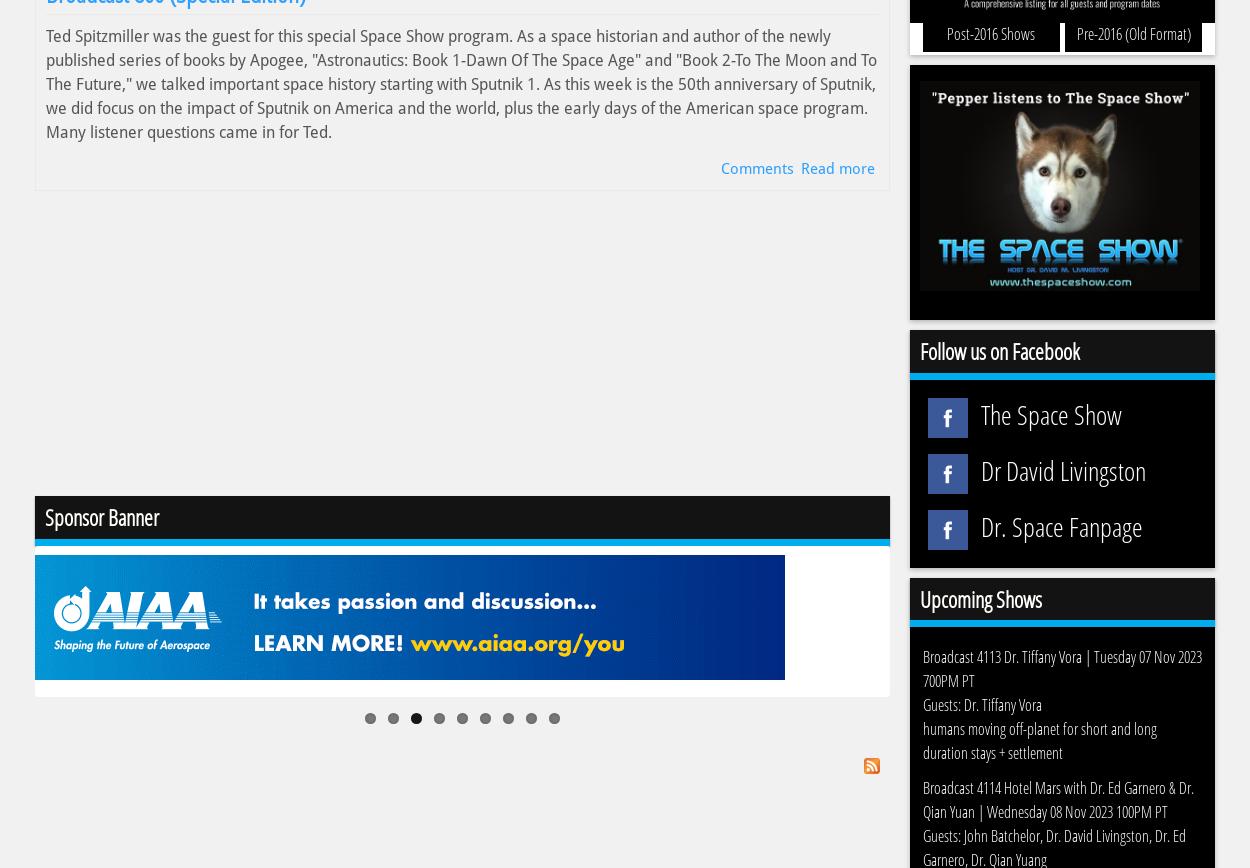 This screenshot has width=1250, height=868. I want to click on 'Dr. Tiffany Vora', so click(1003, 704).